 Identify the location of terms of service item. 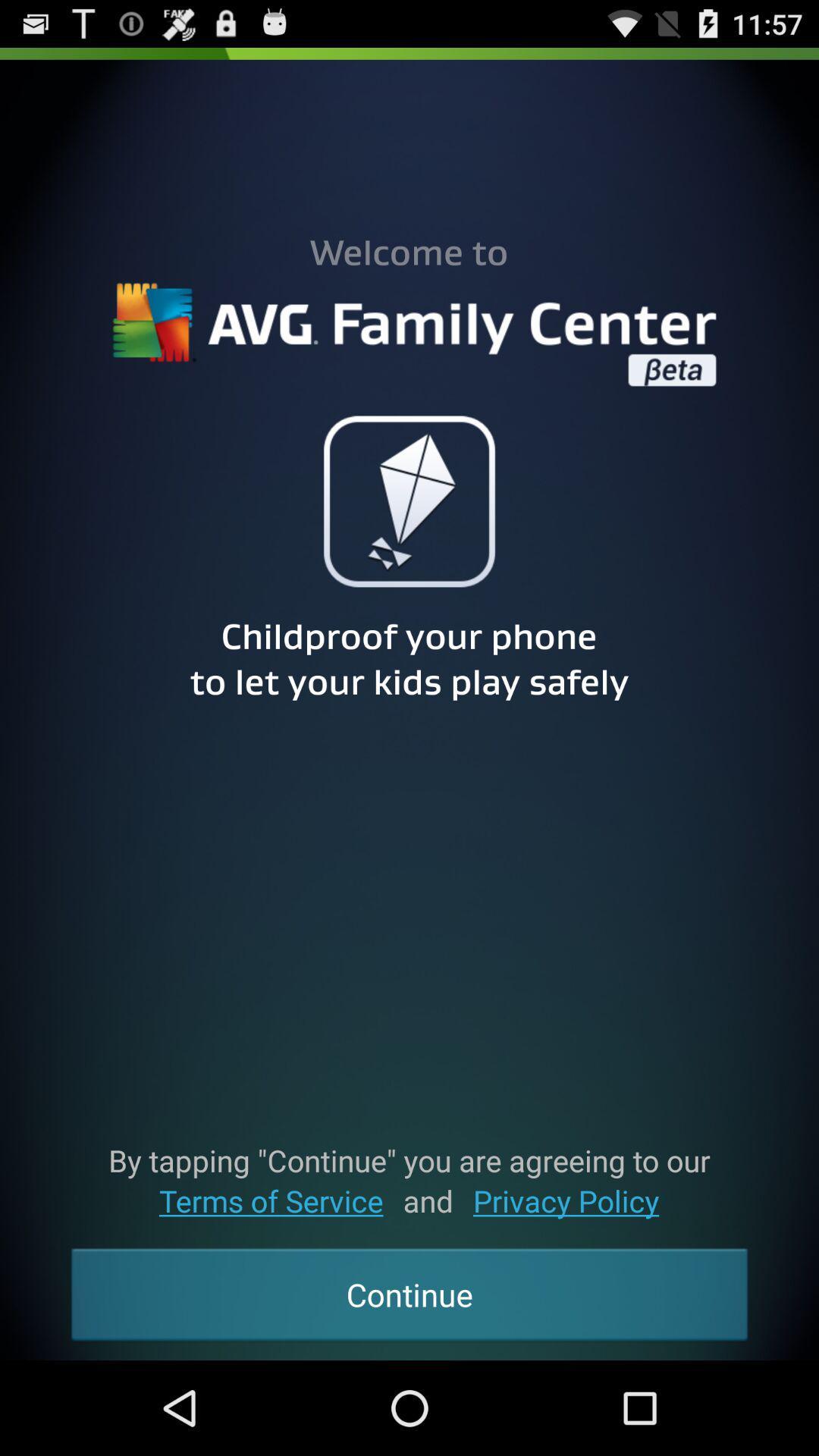
(270, 1200).